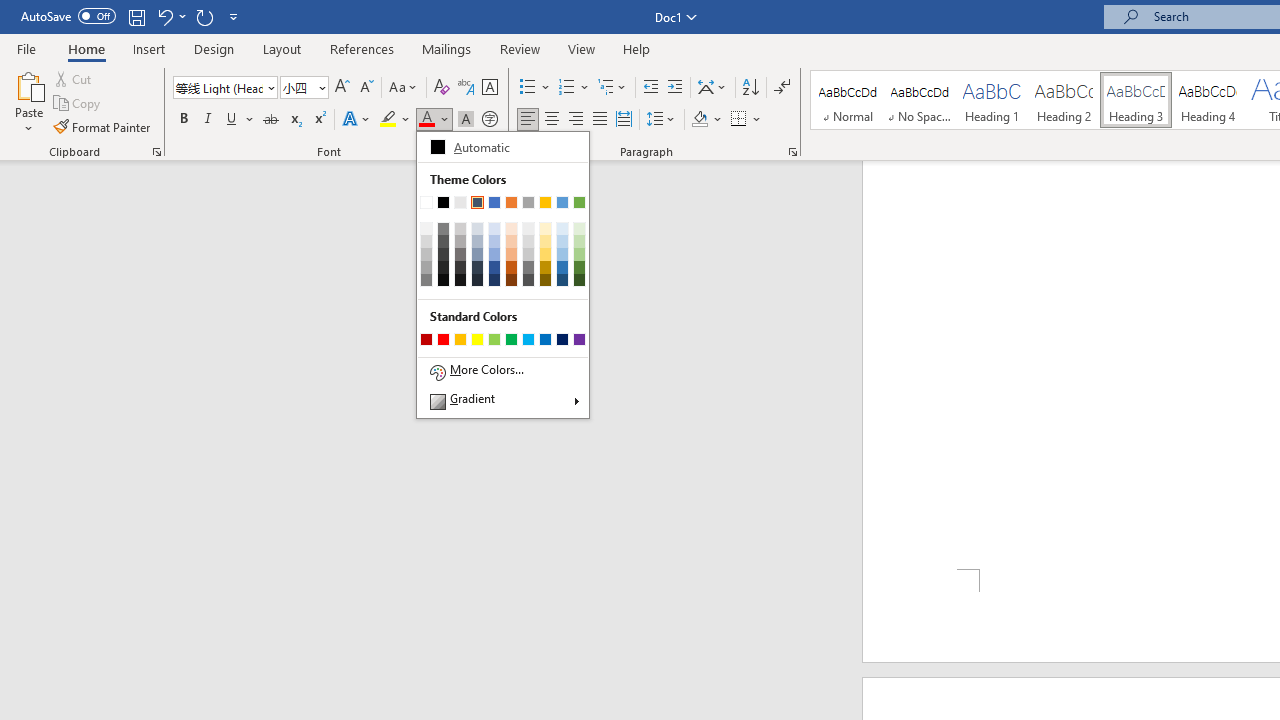 The width and height of the screenshot is (1280, 720). I want to click on 'Bold', so click(183, 119).